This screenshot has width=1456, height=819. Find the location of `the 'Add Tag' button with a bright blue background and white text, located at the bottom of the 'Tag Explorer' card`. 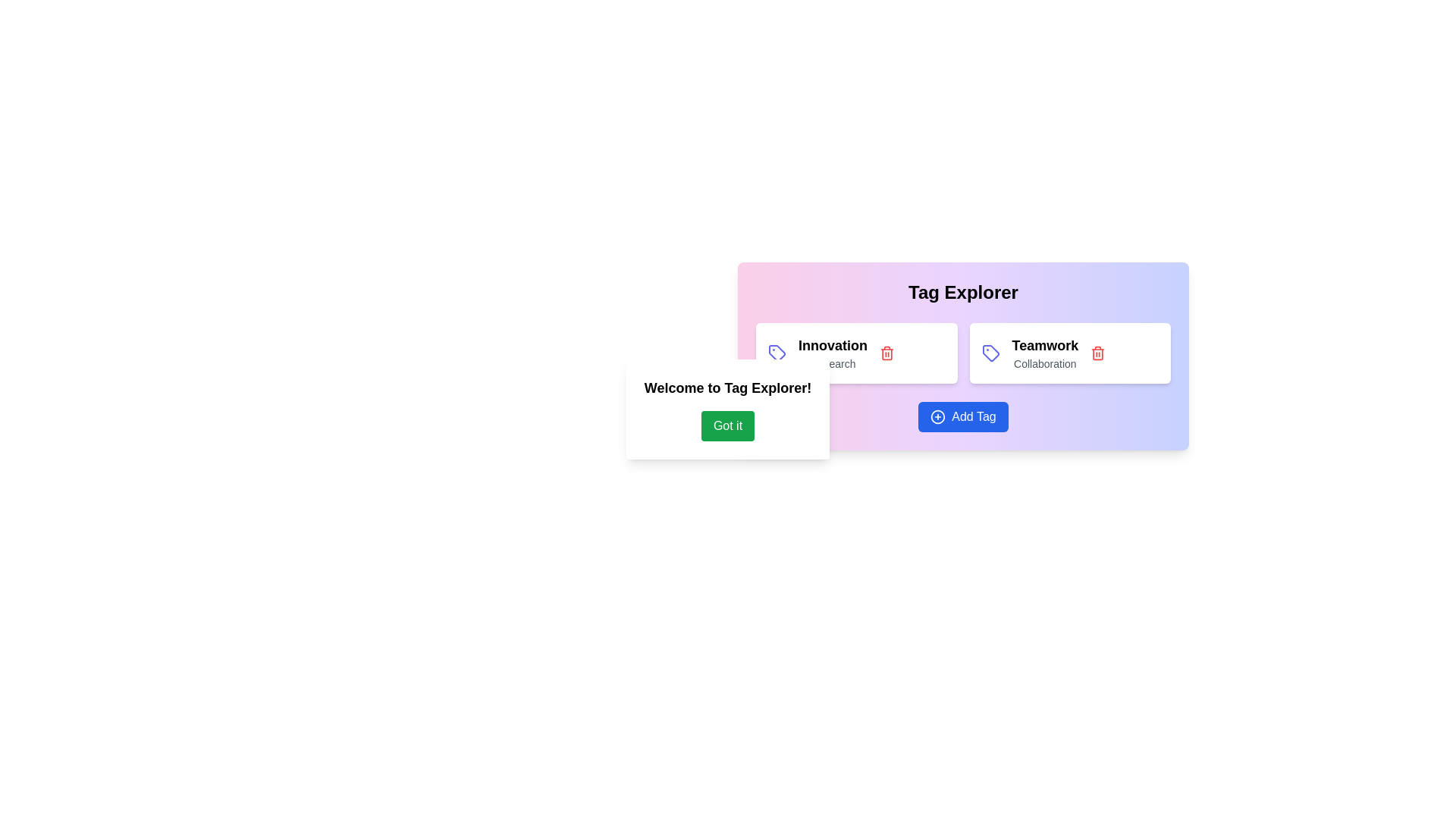

the 'Add Tag' button with a bright blue background and white text, located at the bottom of the 'Tag Explorer' card is located at coordinates (962, 417).